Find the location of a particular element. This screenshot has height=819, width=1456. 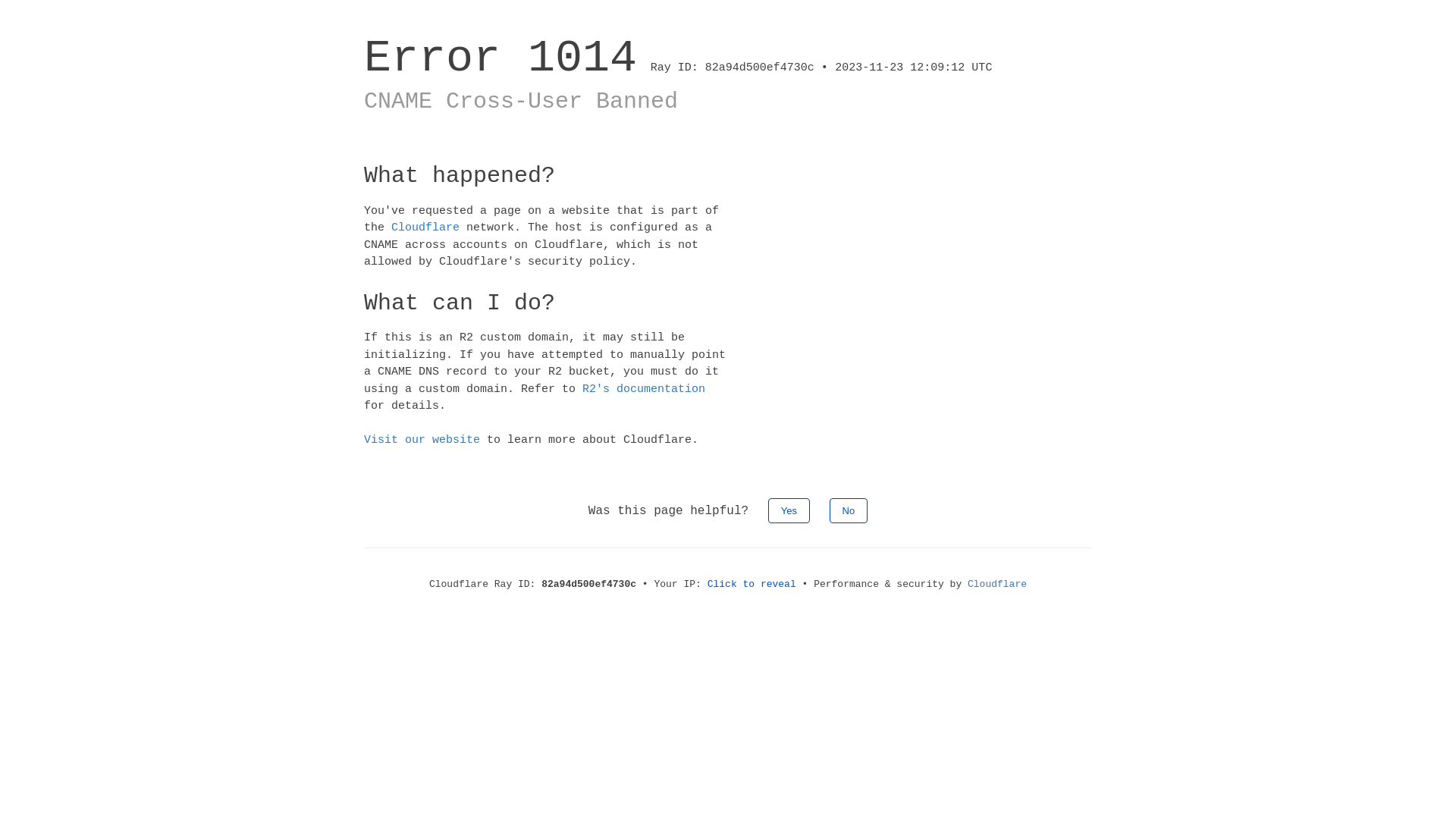

'No' is located at coordinates (848, 510).